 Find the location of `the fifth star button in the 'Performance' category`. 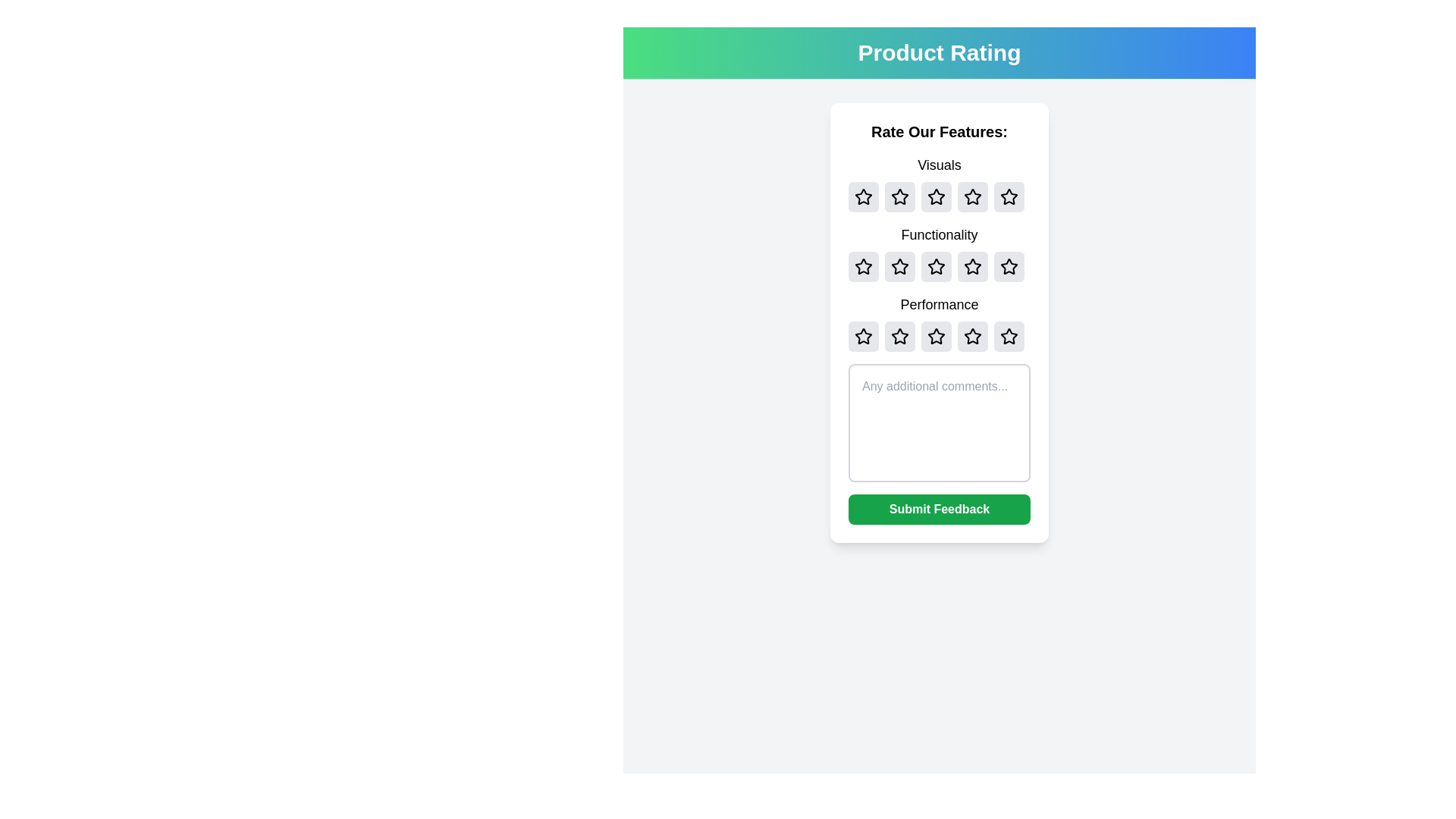

the fifth star button in the 'Performance' category is located at coordinates (1009, 335).